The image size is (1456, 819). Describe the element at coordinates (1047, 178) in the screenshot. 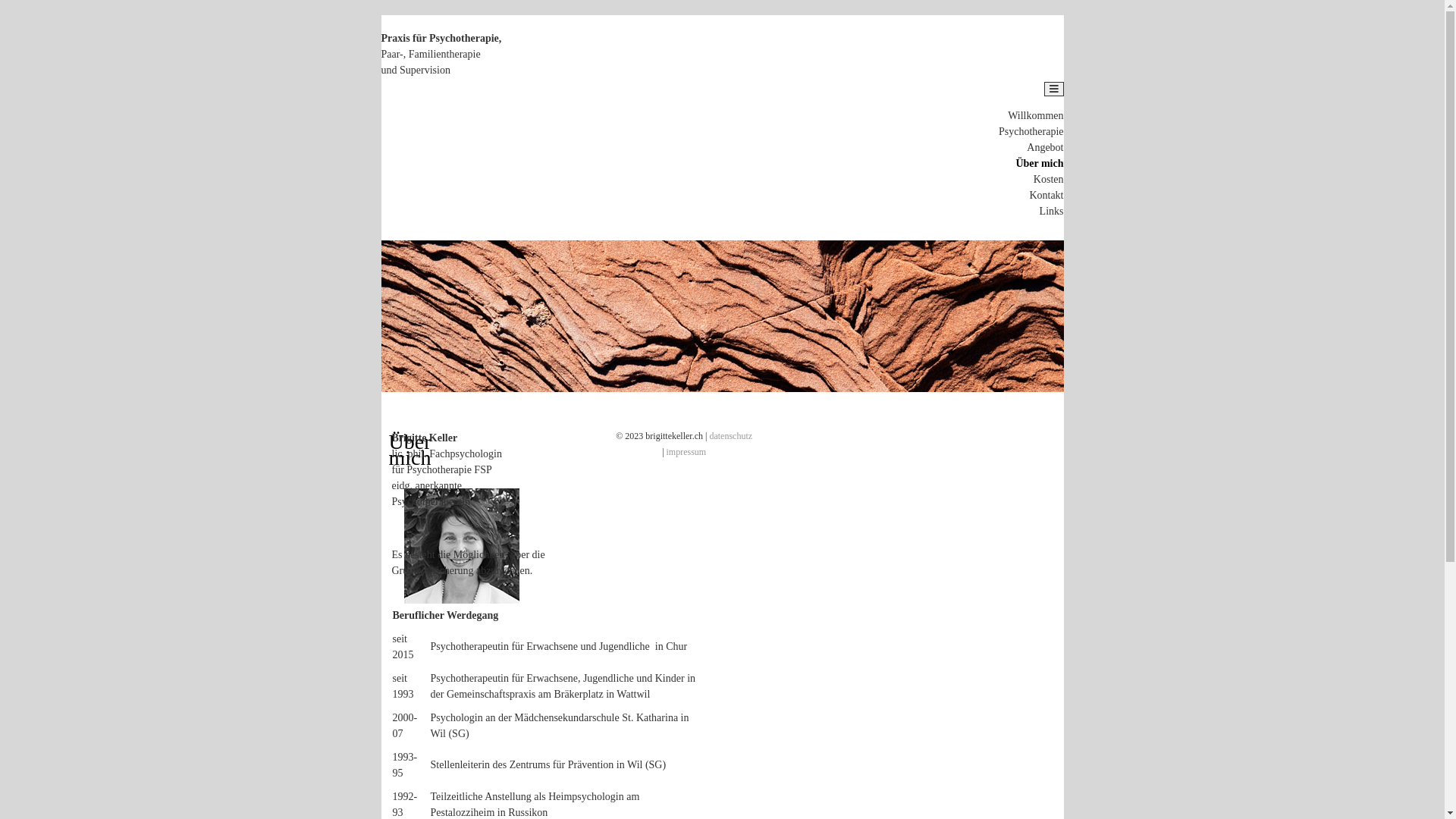

I see `'Kosten'` at that location.